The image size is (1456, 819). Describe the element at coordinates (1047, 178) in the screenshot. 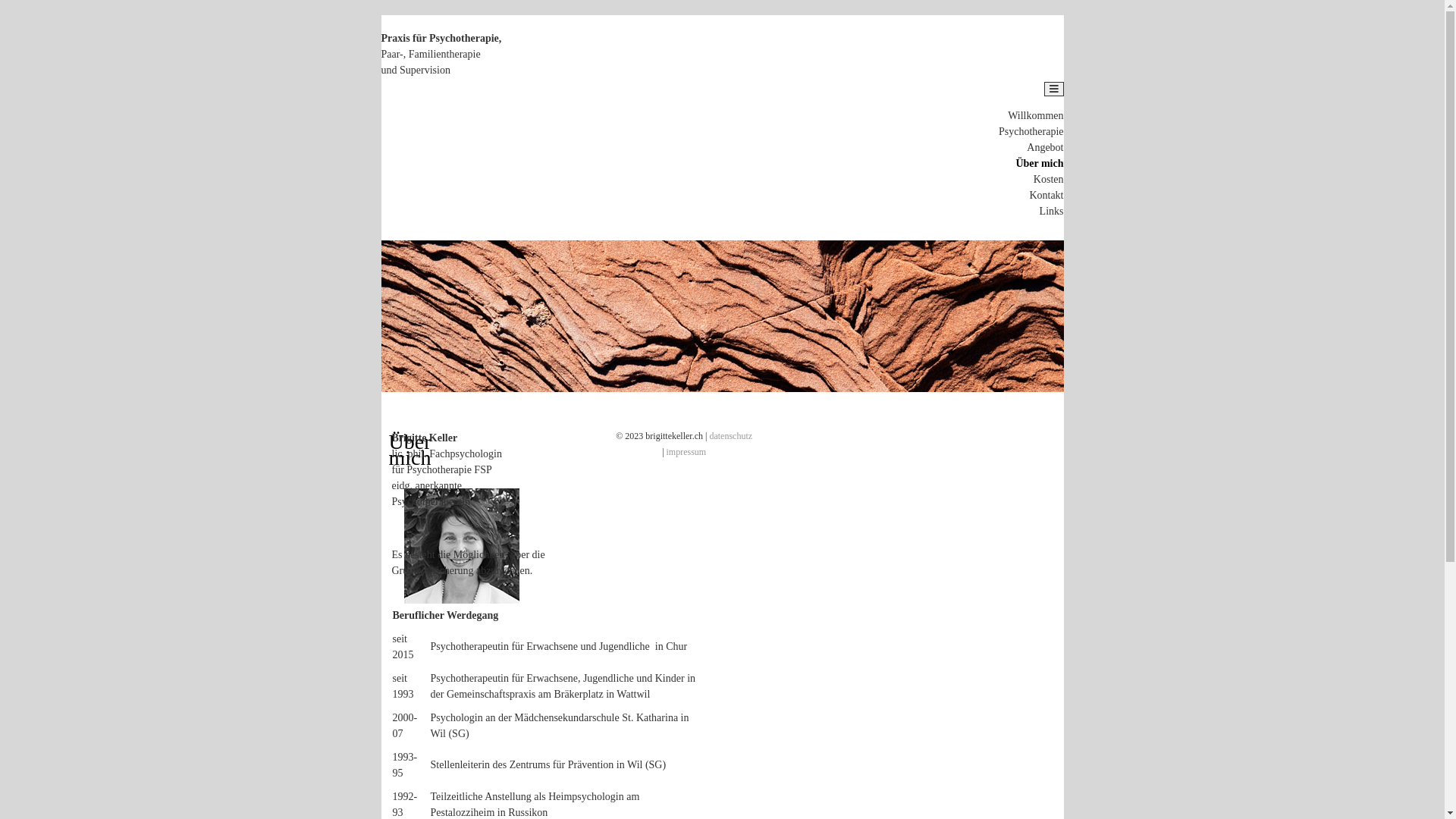

I see `'Kosten'` at that location.